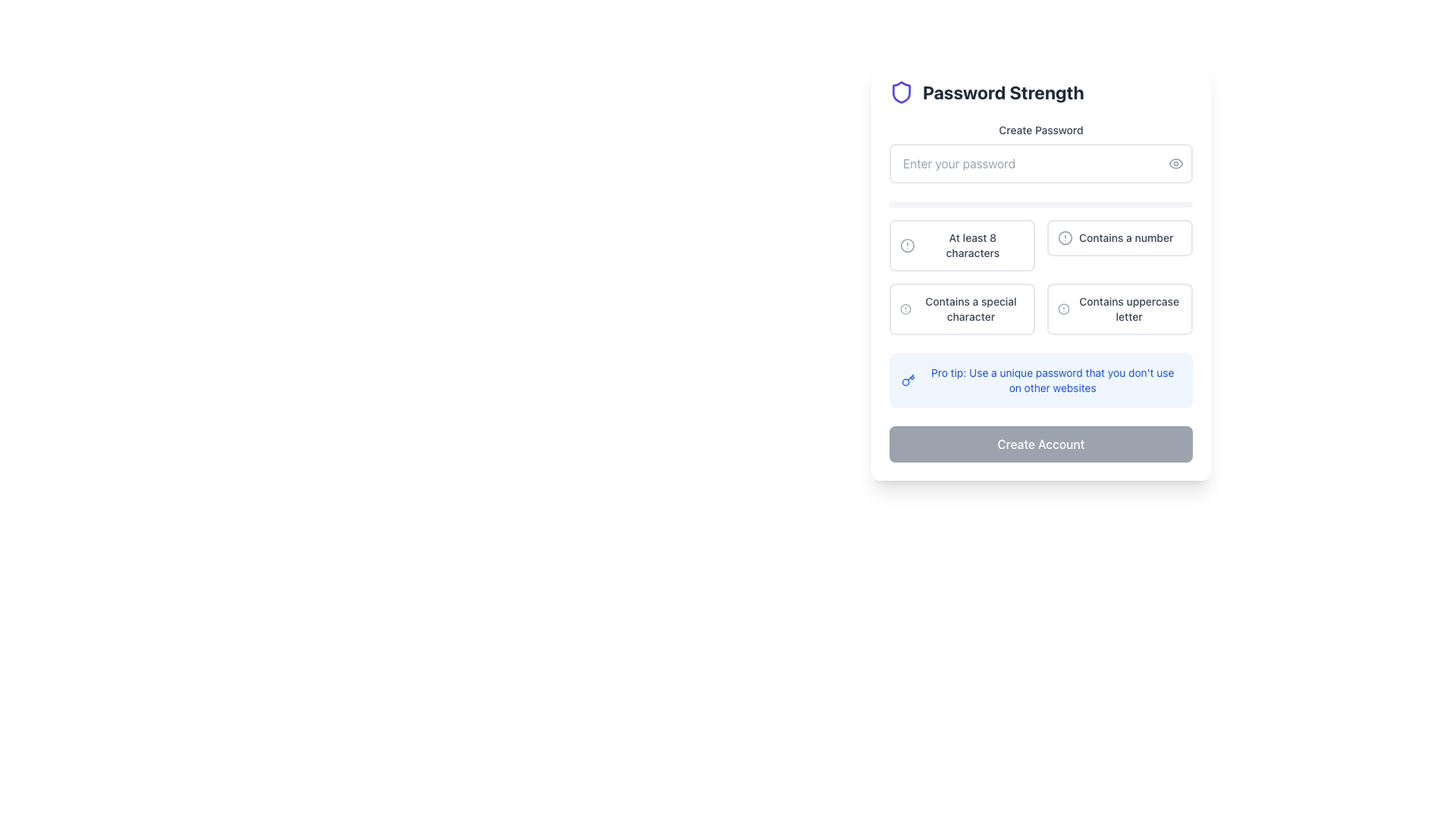  Describe the element at coordinates (1126, 237) in the screenshot. I see `the text label that states 'Contains a number', styled in gray (#707070), located to the right of a circular icon with an exclamation mark, indicating it is part of a validation message or checklist item` at that location.